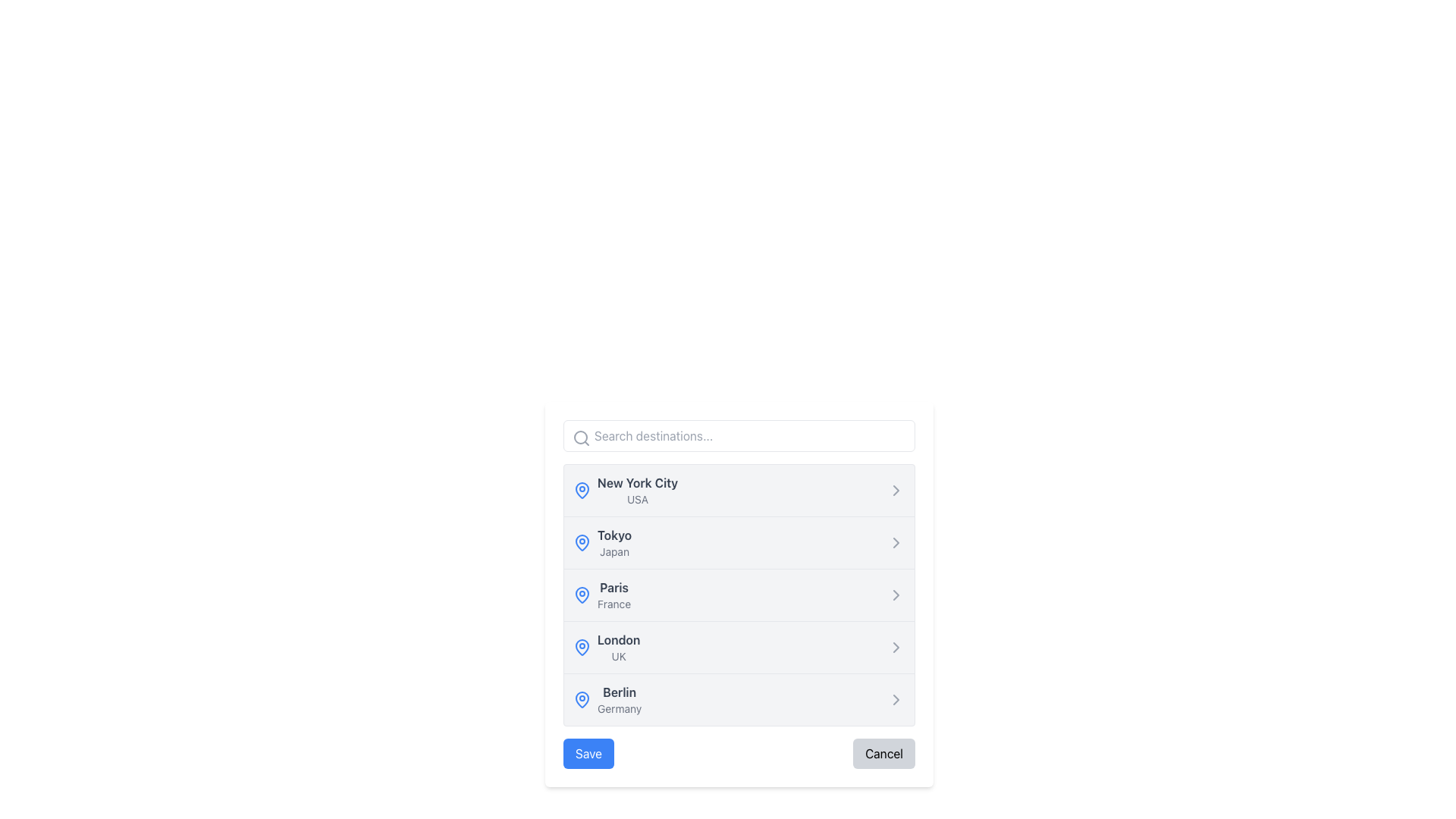 Image resolution: width=1456 pixels, height=819 pixels. Describe the element at coordinates (581, 438) in the screenshot. I see `the magnifying glass icon, which is light gray and positioned at the left edge of the search input field` at that location.